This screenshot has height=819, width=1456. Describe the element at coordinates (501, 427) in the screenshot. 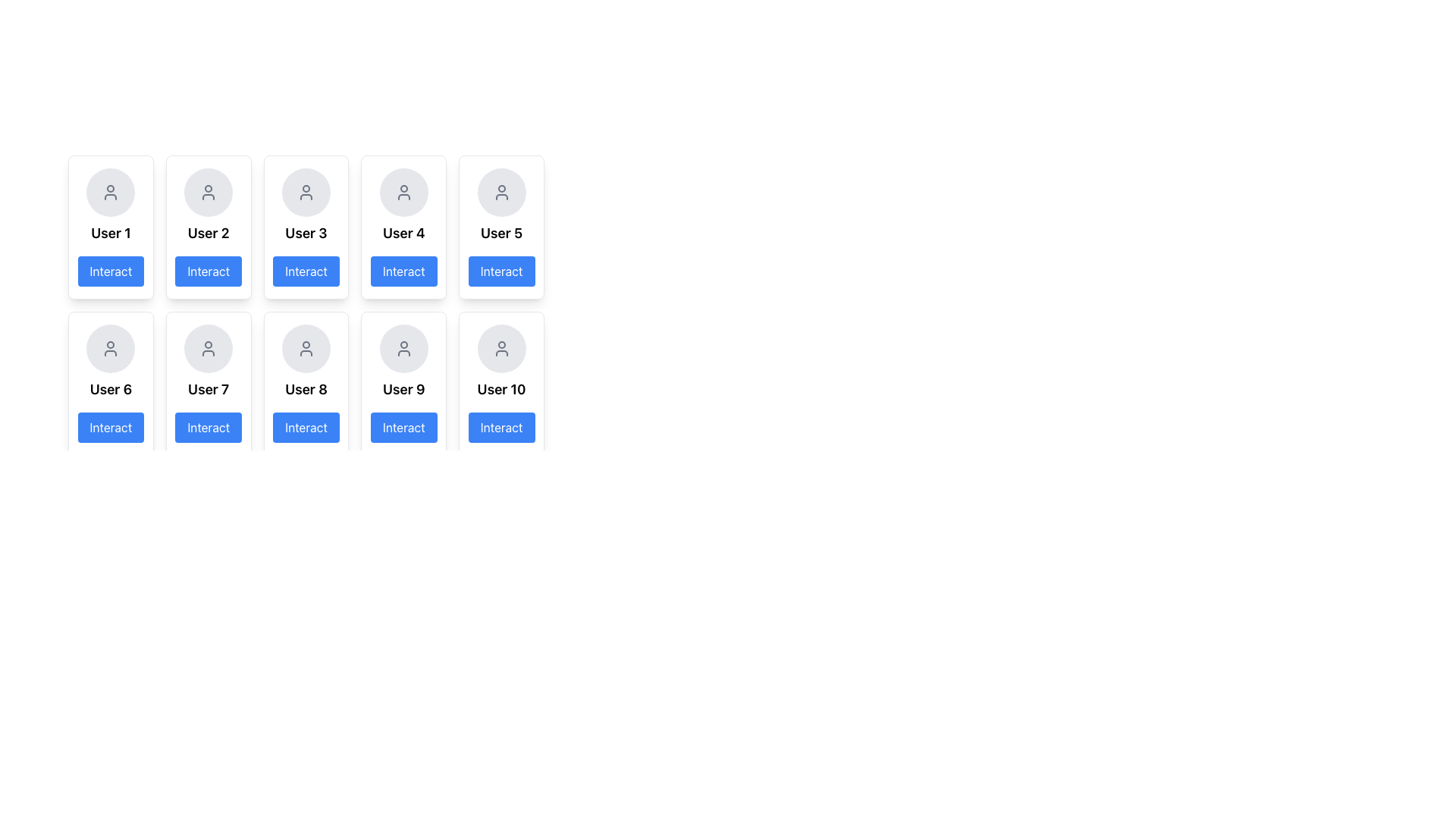

I see `the blue rectangular button labeled 'Interact' with rounded corners, located at the bottom of the 'User 10' card in the grid layout` at that location.